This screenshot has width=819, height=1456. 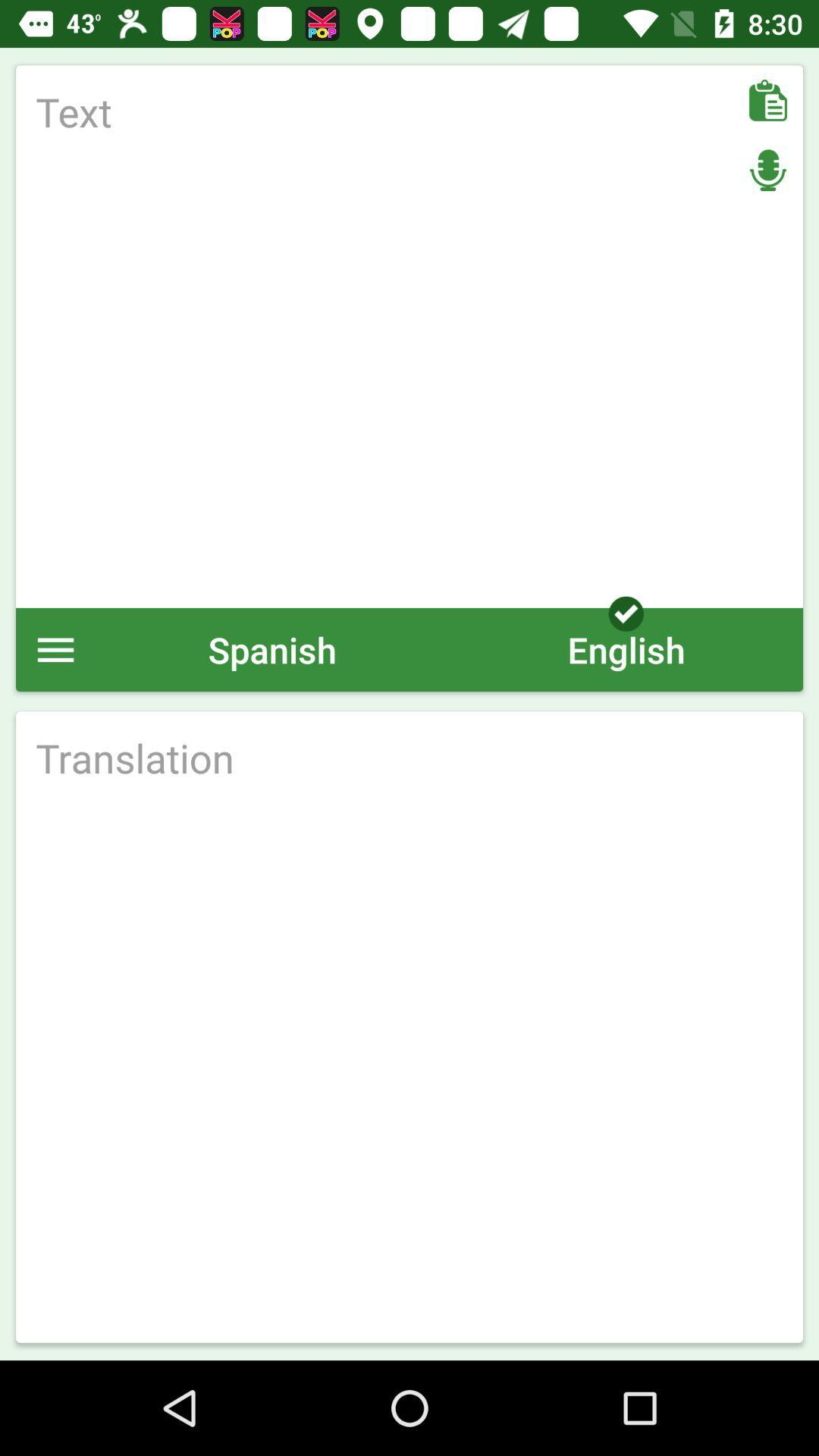 I want to click on audio button, so click(x=767, y=170).